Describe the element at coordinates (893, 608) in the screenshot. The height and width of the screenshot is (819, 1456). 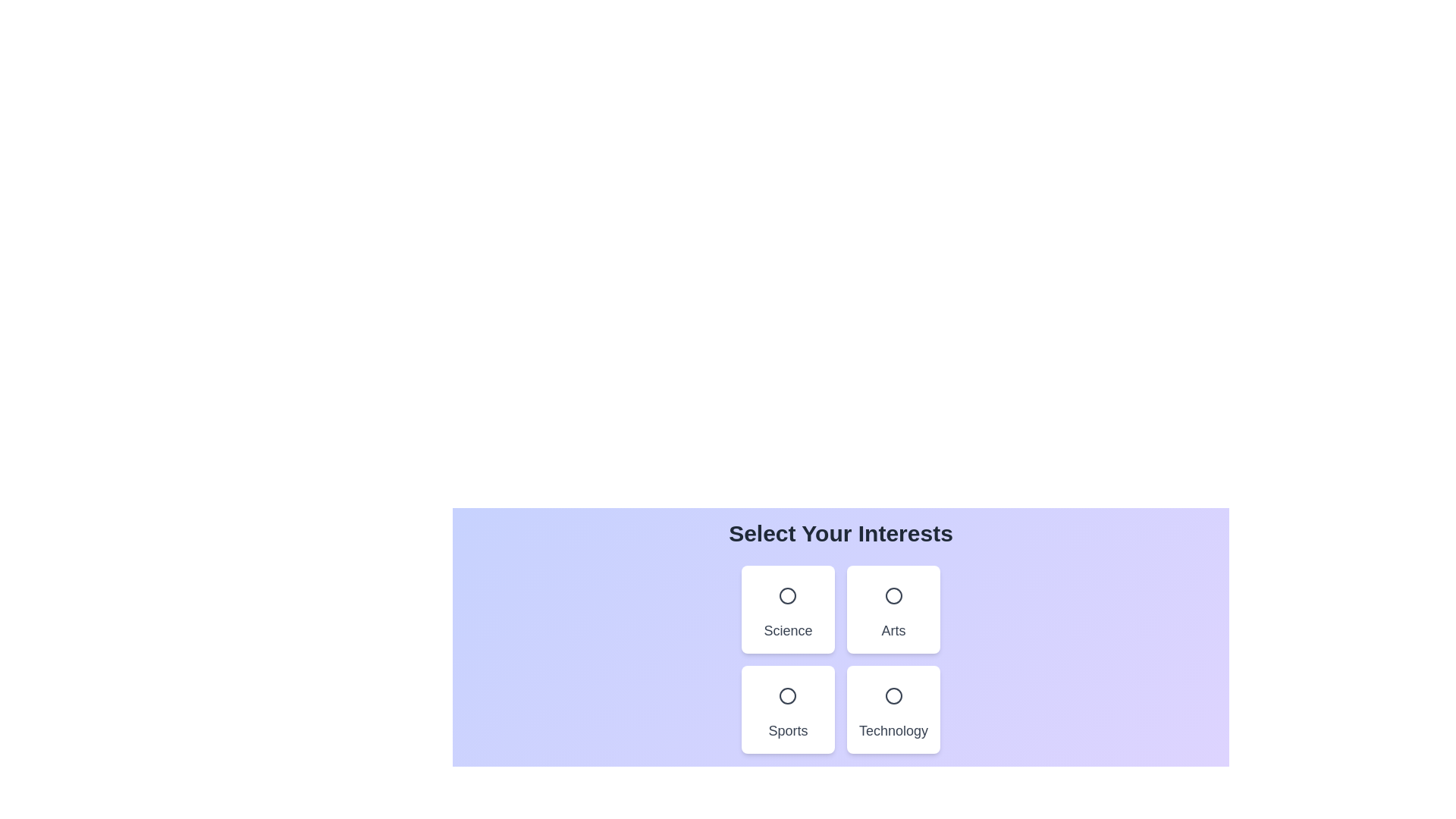
I see `the category card for Arts` at that location.